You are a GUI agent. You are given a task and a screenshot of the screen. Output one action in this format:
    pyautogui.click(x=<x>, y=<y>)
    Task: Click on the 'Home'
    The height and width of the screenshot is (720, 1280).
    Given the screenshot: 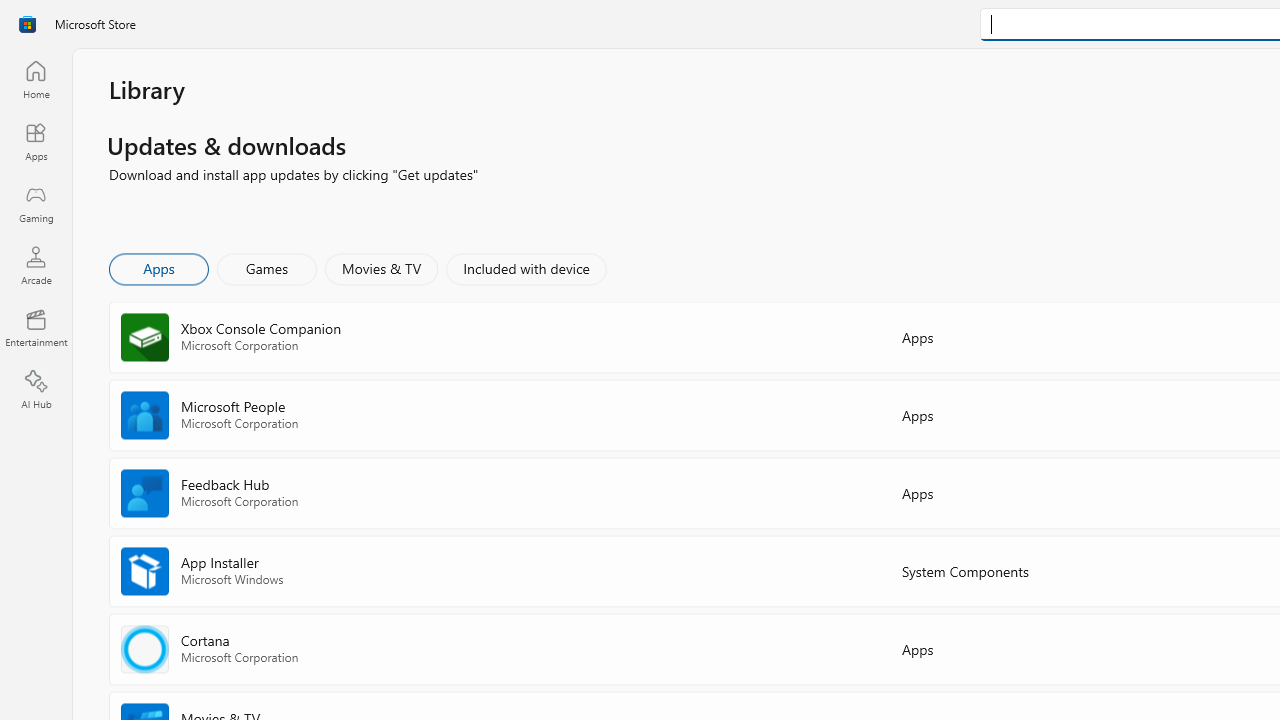 What is the action you would take?
    pyautogui.click(x=35, y=78)
    